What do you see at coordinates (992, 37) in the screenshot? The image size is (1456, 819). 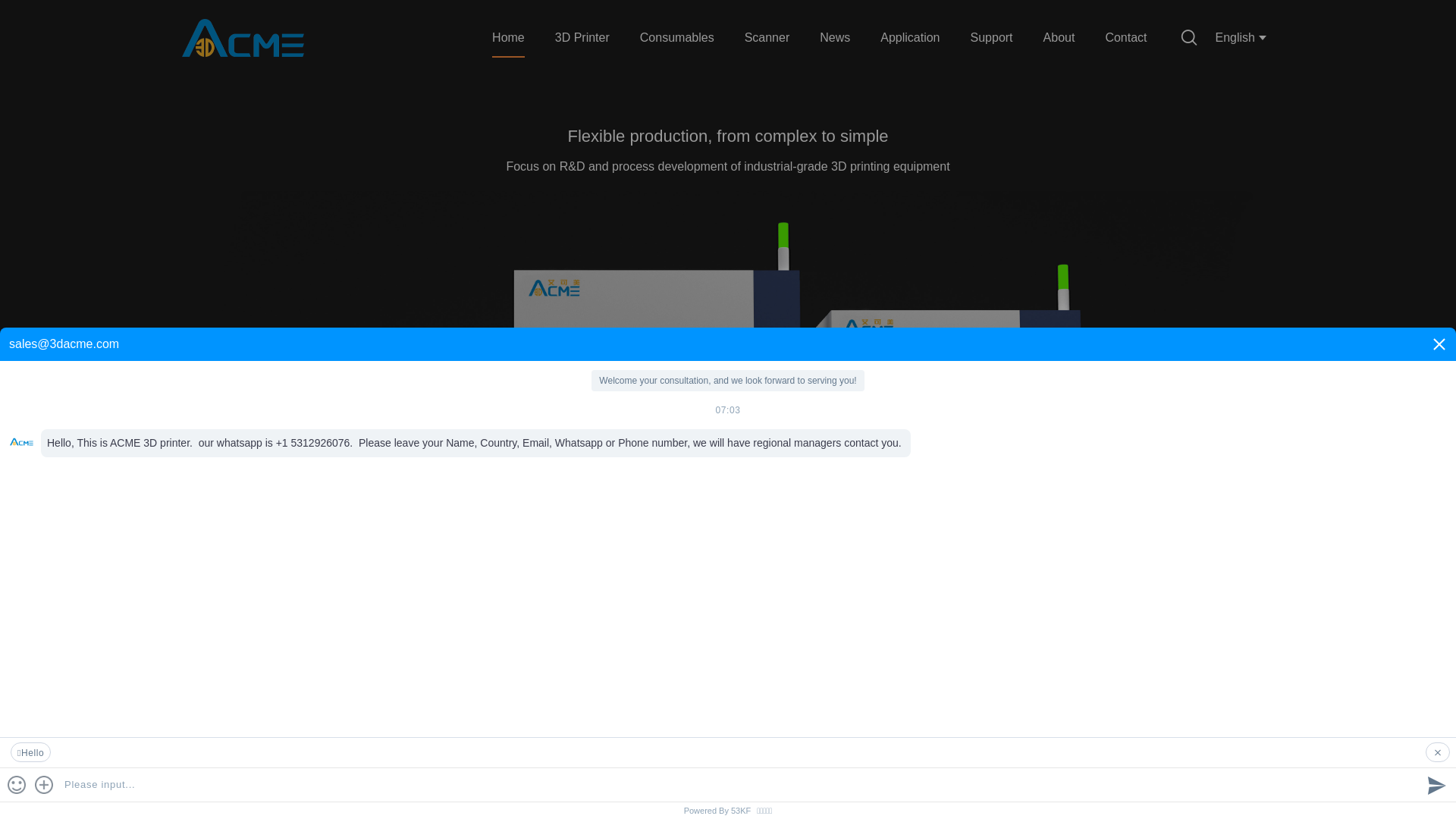 I see `'Support'` at bounding box center [992, 37].